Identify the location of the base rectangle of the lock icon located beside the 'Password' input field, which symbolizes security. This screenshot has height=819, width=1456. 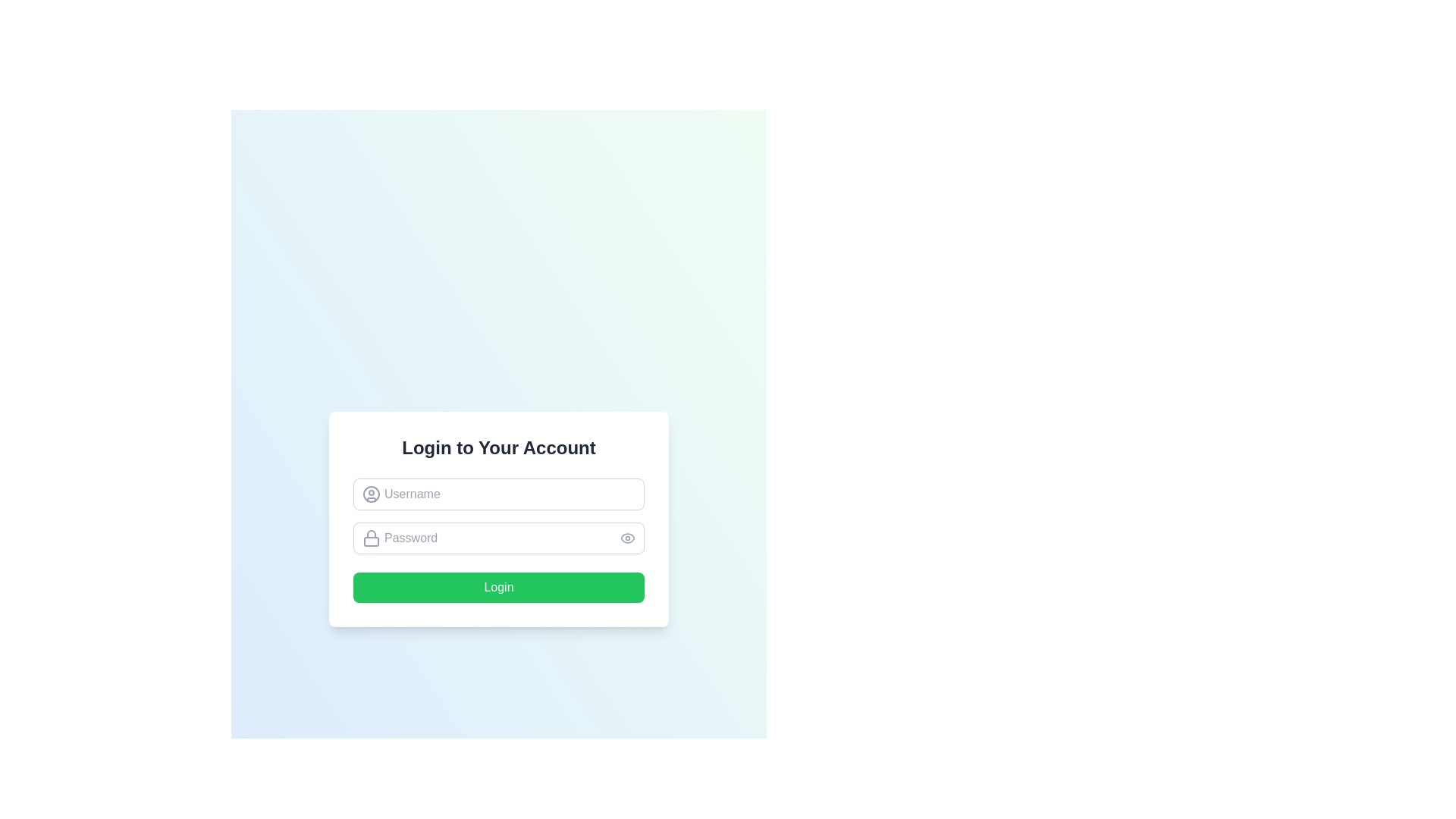
(371, 541).